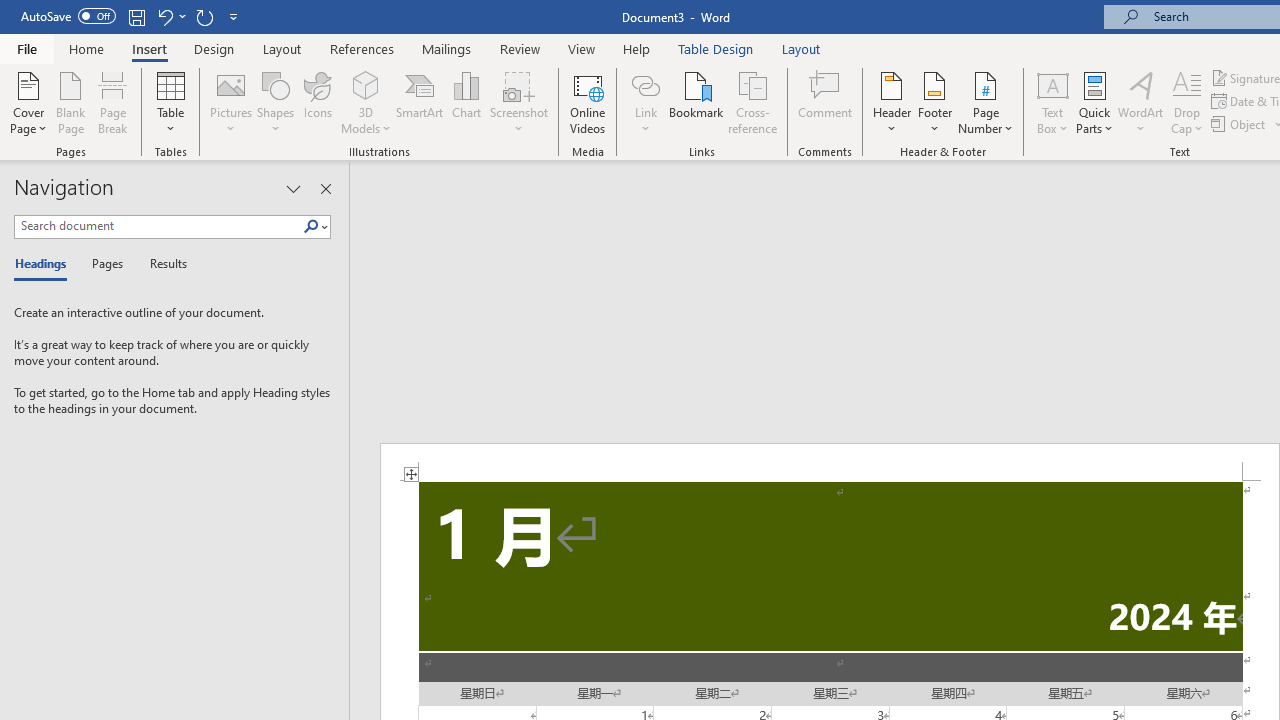 This screenshot has width=1280, height=720. What do you see at coordinates (325, 189) in the screenshot?
I see `'Close pane'` at bounding box center [325, 189].